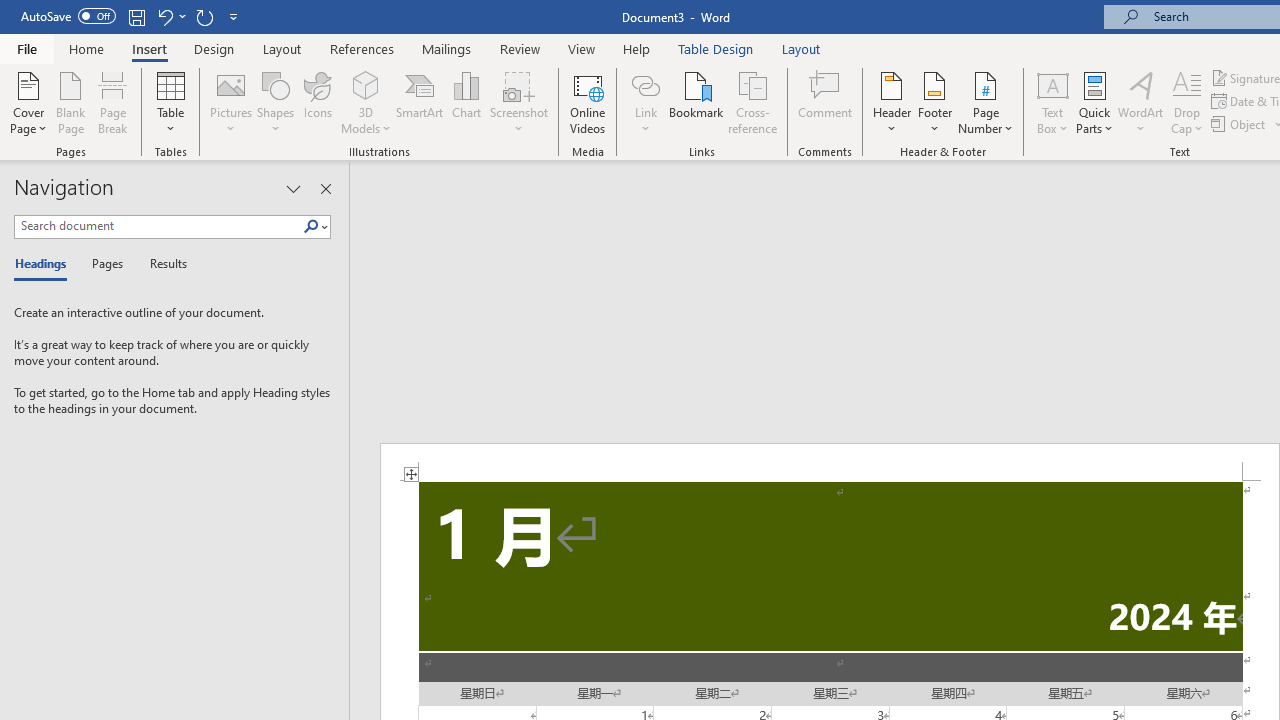 This screenshot has width=1280, height=720. What do you see at coordinates (325, 189) in the screenshot?
I see `'Close pane'` at bounding box center [325, 189].